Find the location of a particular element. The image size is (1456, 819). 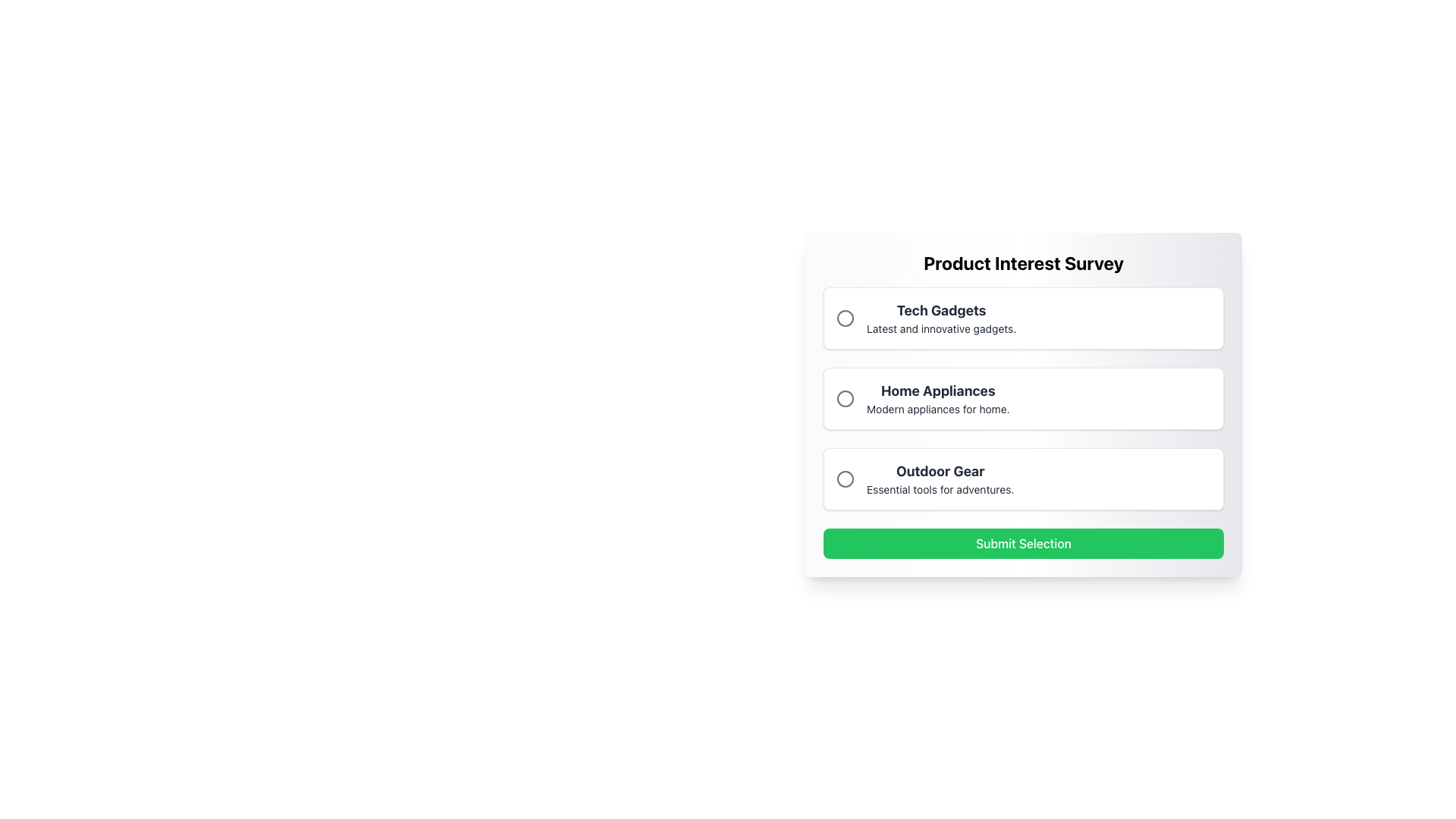

the bold text element labeled 'Outdoor Gear' which is prominently displayed in the third option group of the vertical list is located at coordinates (940, 470).